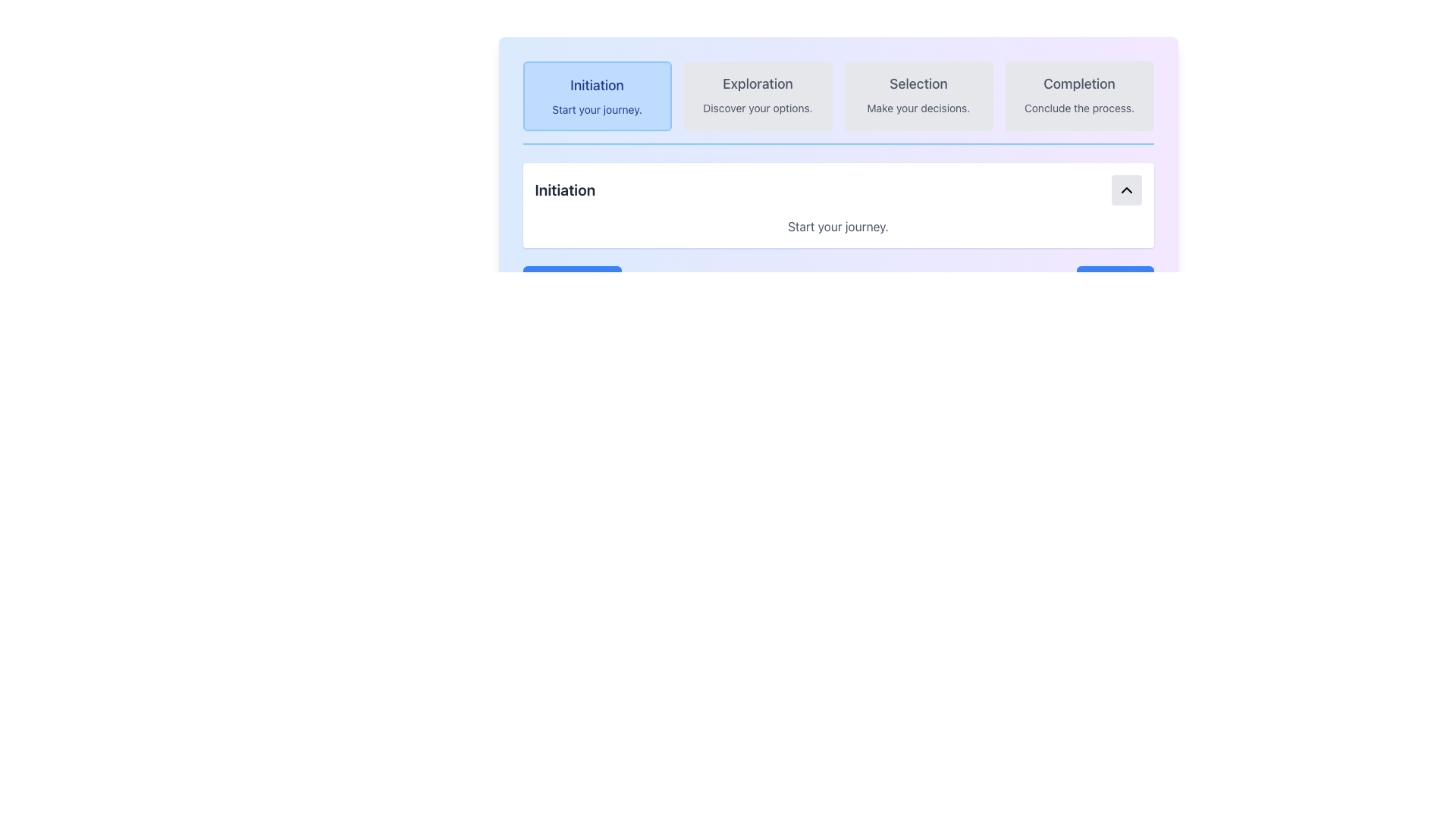 Image resolution: width=1456 pixels, height=819 pixels. I want to click on the Static Text that reads 'Conclude the process.' which is styled in gray color and located beneath the larger 'Completion' text, so click(1078, 107).